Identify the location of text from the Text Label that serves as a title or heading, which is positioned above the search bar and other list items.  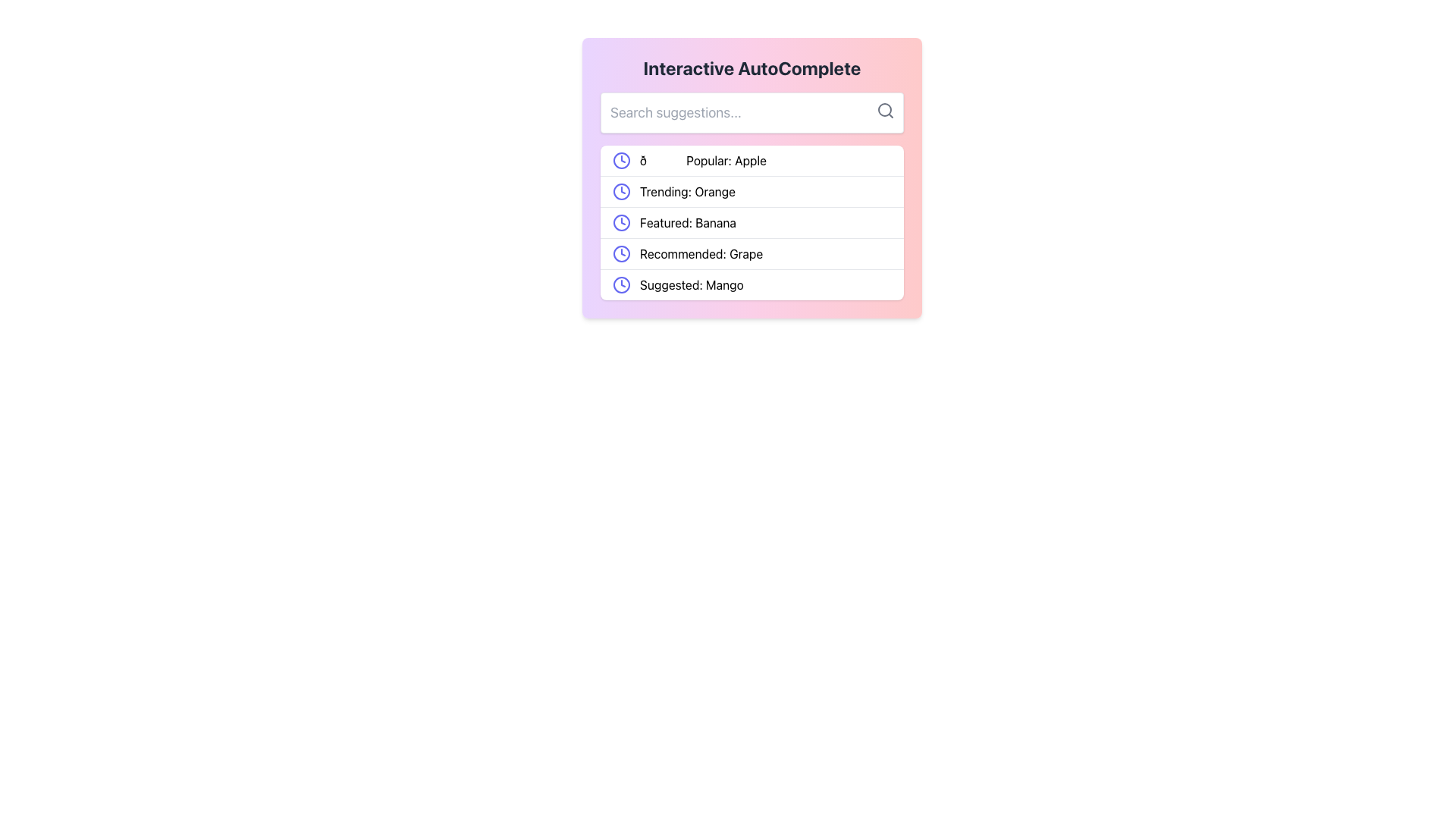
(752, 67).